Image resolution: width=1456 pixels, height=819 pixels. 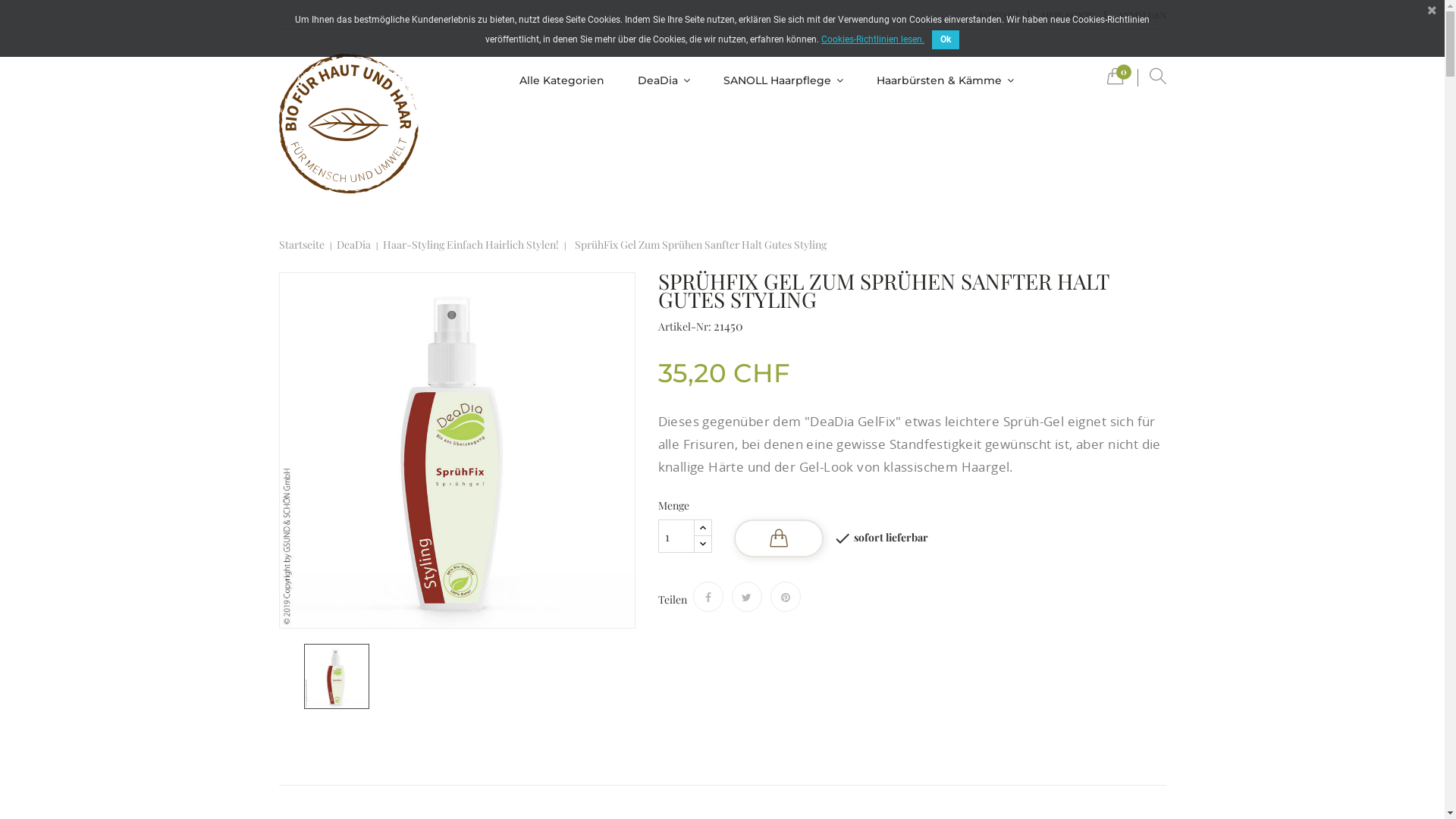 What do you see at coordinates (708, 595) in the screenshot?
I see `'Teilen'` at bounding box center [708, 595].